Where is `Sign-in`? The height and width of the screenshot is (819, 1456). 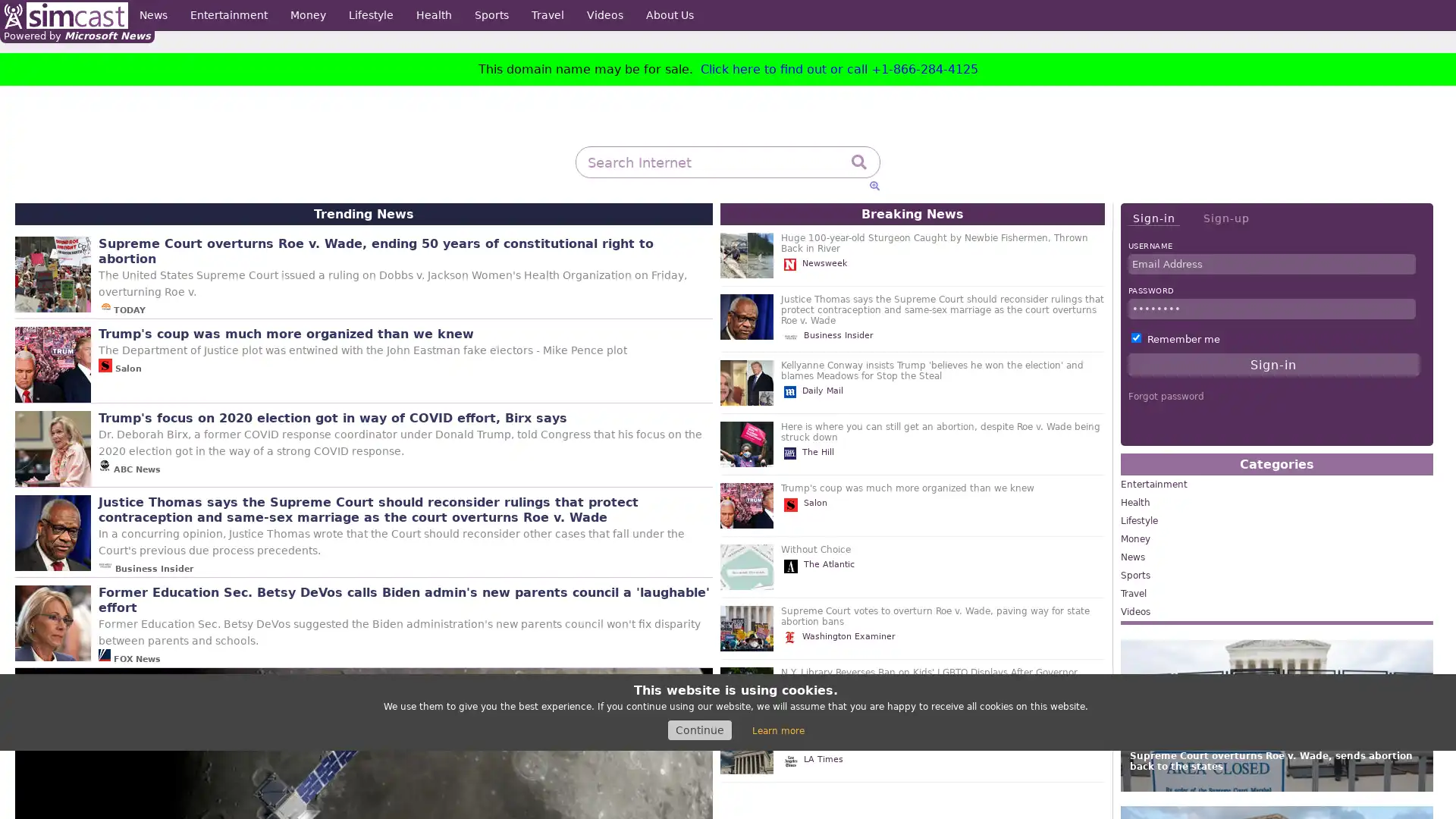 Sign-in is located at coordinates (1153, 218).